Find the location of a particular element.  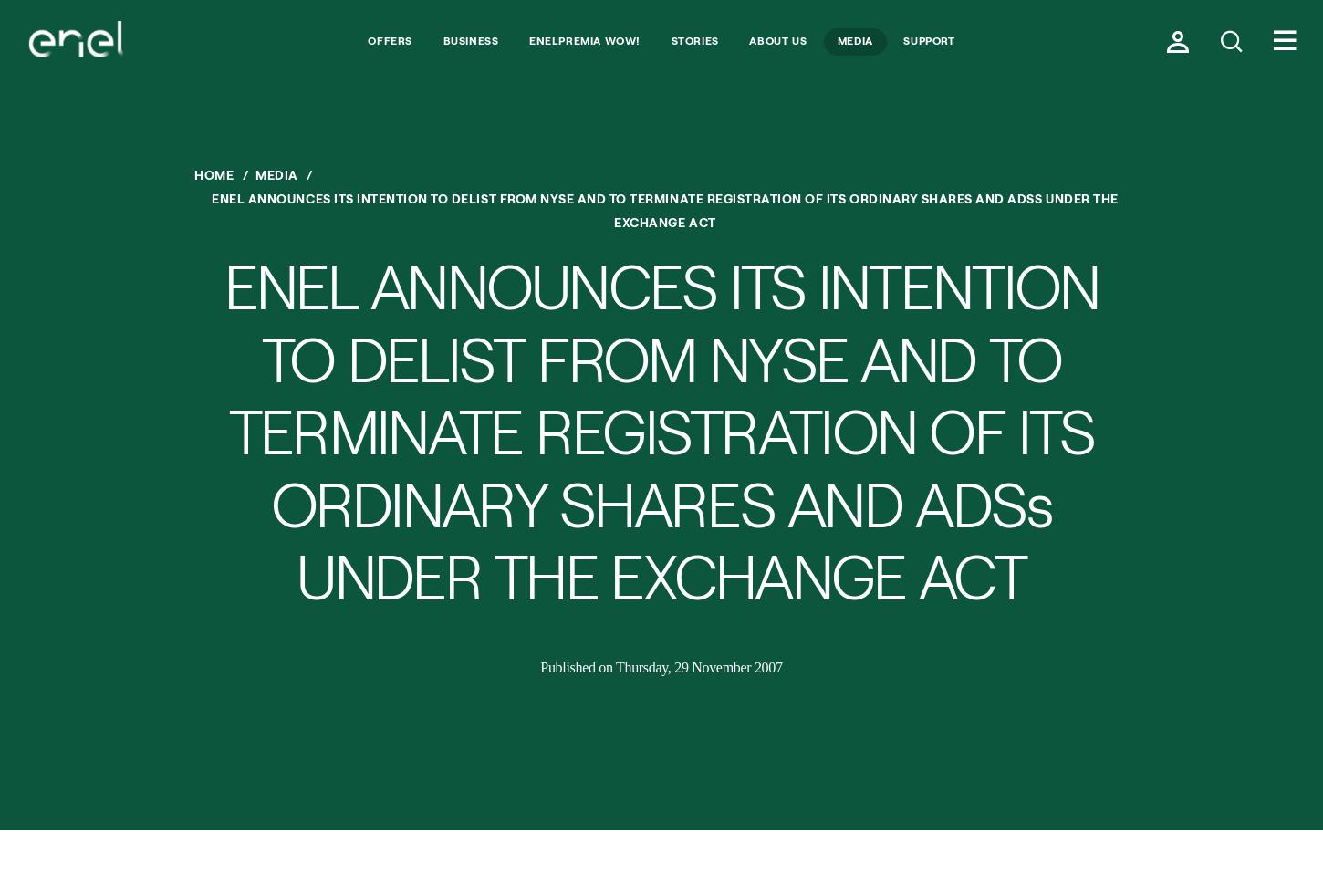

'Enelpremia Wow!' is located at coordinates (583, 38).